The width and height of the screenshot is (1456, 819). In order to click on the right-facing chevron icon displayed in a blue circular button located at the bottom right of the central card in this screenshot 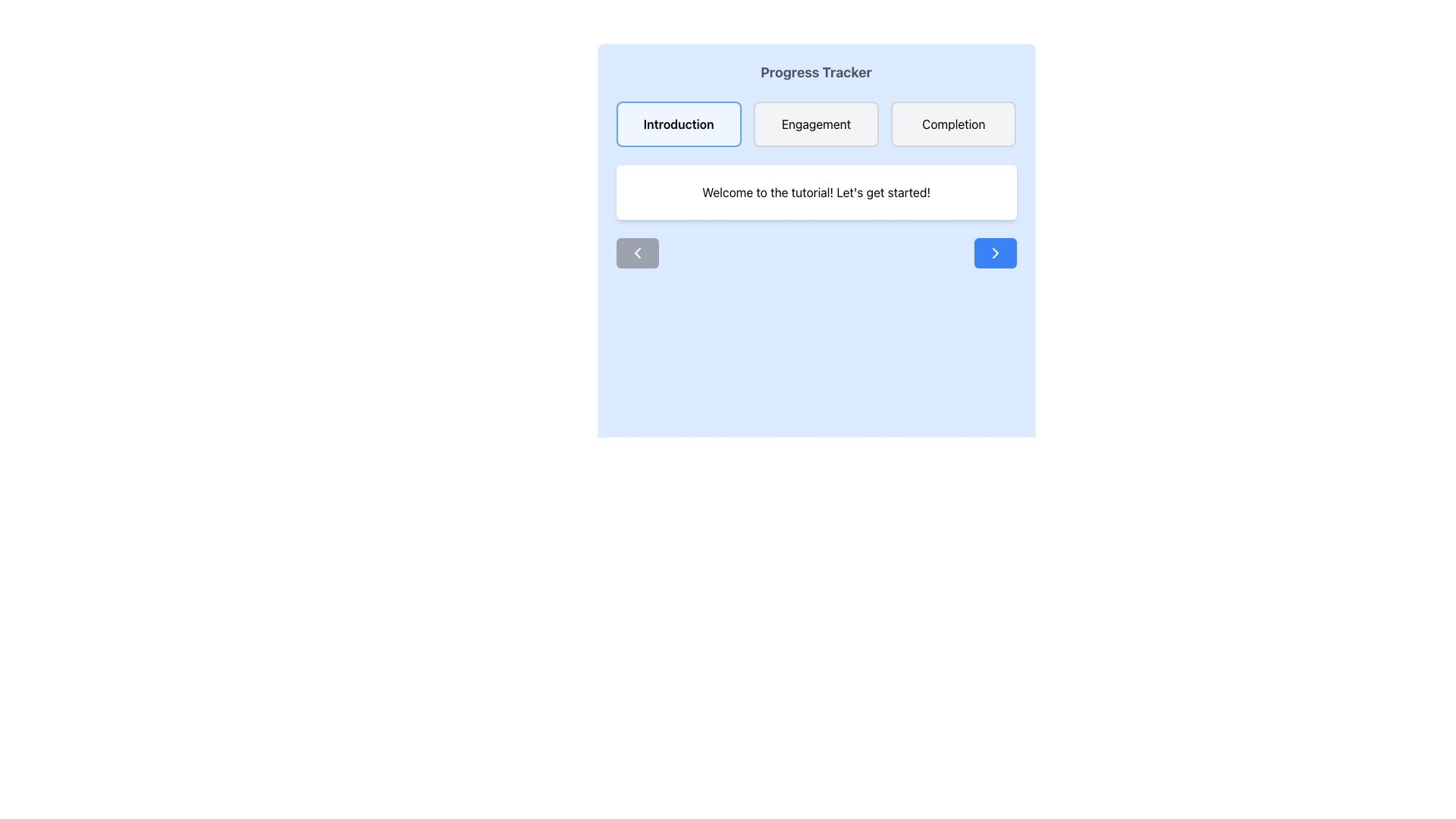, I will do `click(995, 253)`.